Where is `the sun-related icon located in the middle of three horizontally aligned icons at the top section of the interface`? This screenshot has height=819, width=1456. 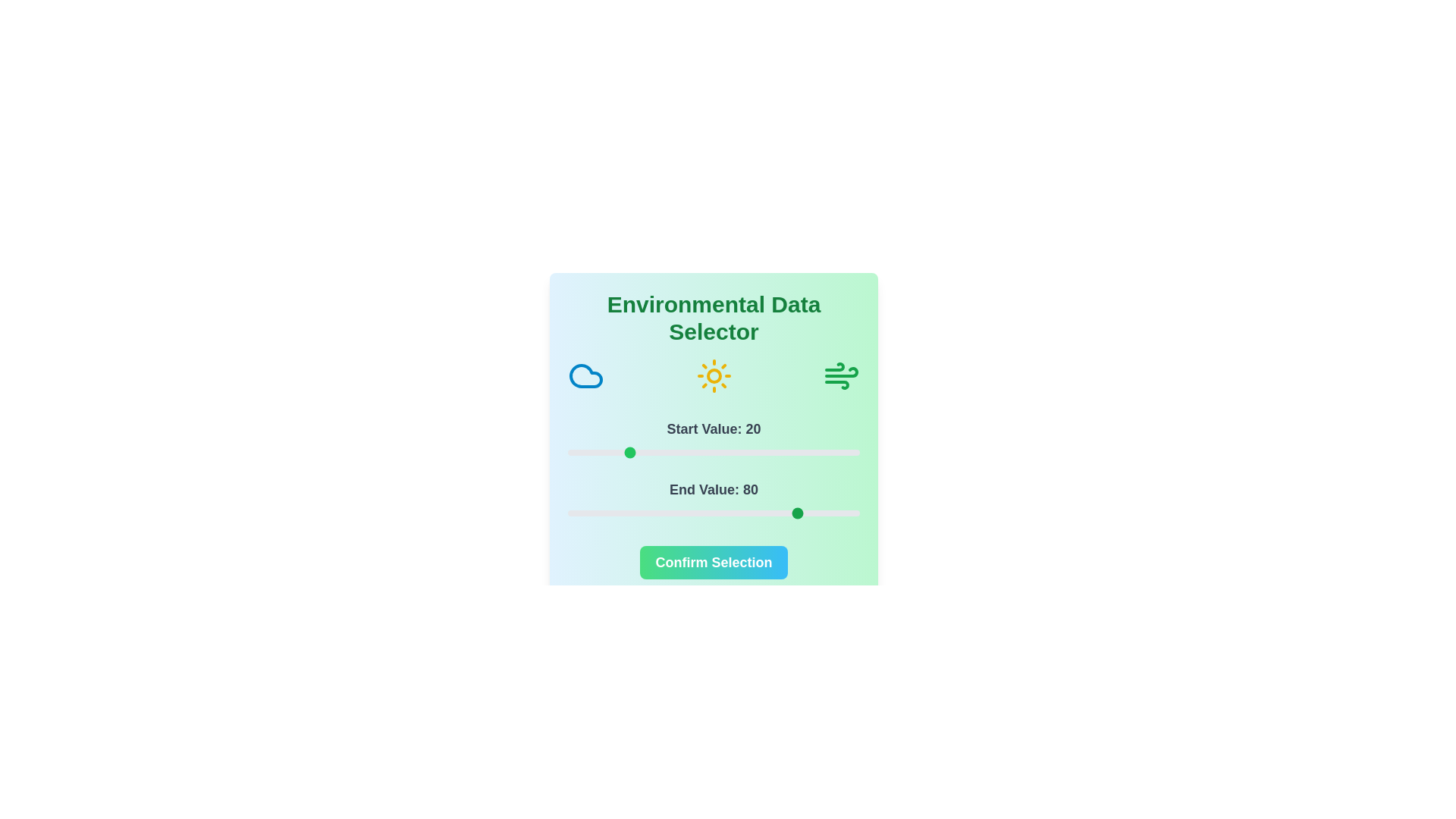
the sun-related icon located in the middle of three horizontally aligned icons at the top section of the interface is located at coordinates (713, 375).